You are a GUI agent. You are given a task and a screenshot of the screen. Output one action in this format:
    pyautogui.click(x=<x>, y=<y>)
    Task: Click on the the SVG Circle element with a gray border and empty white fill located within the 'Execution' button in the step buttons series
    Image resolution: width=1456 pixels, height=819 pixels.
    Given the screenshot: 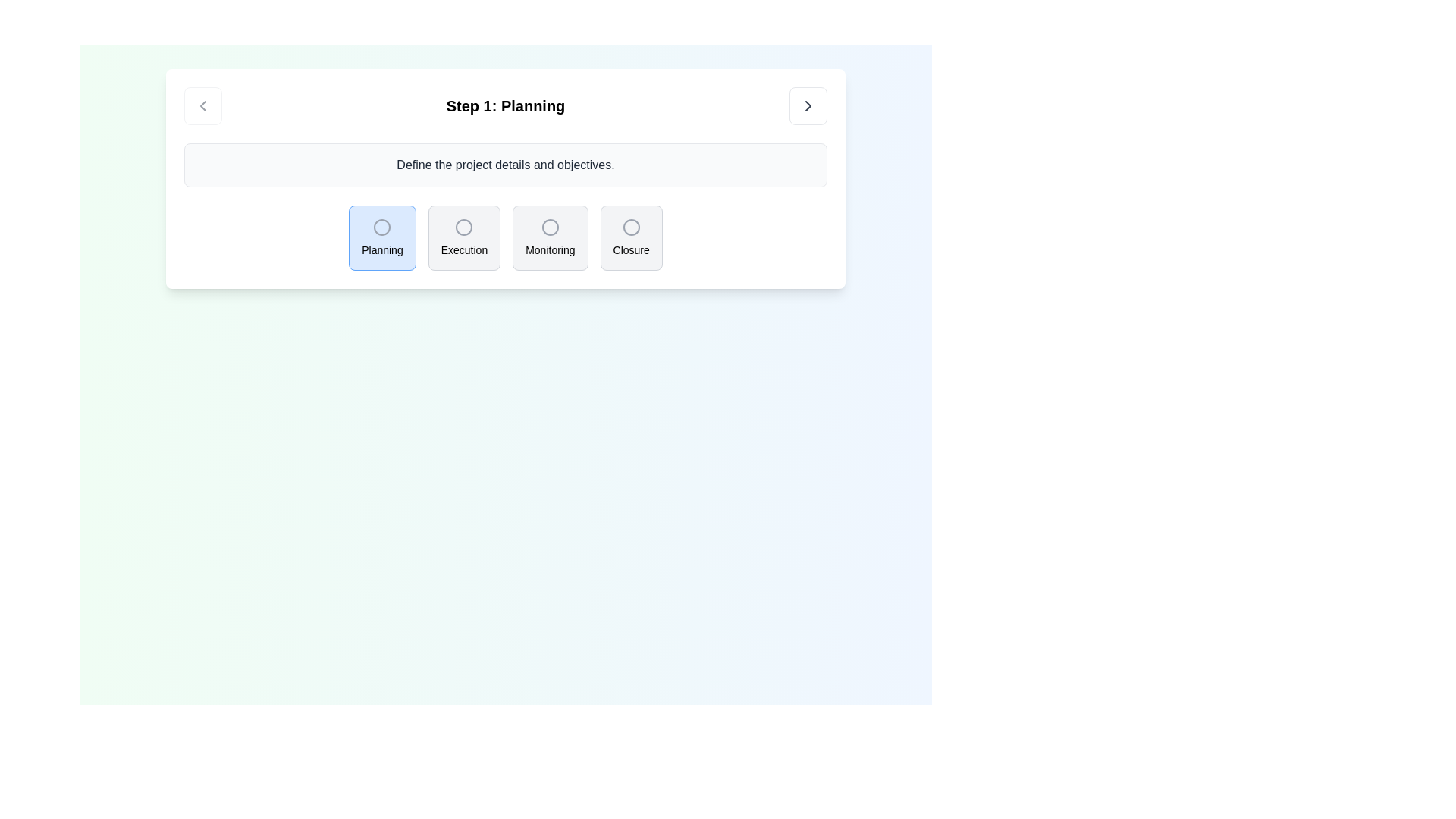 What is the action you would take?
    pyautogui.click(x=463, y=227)
    